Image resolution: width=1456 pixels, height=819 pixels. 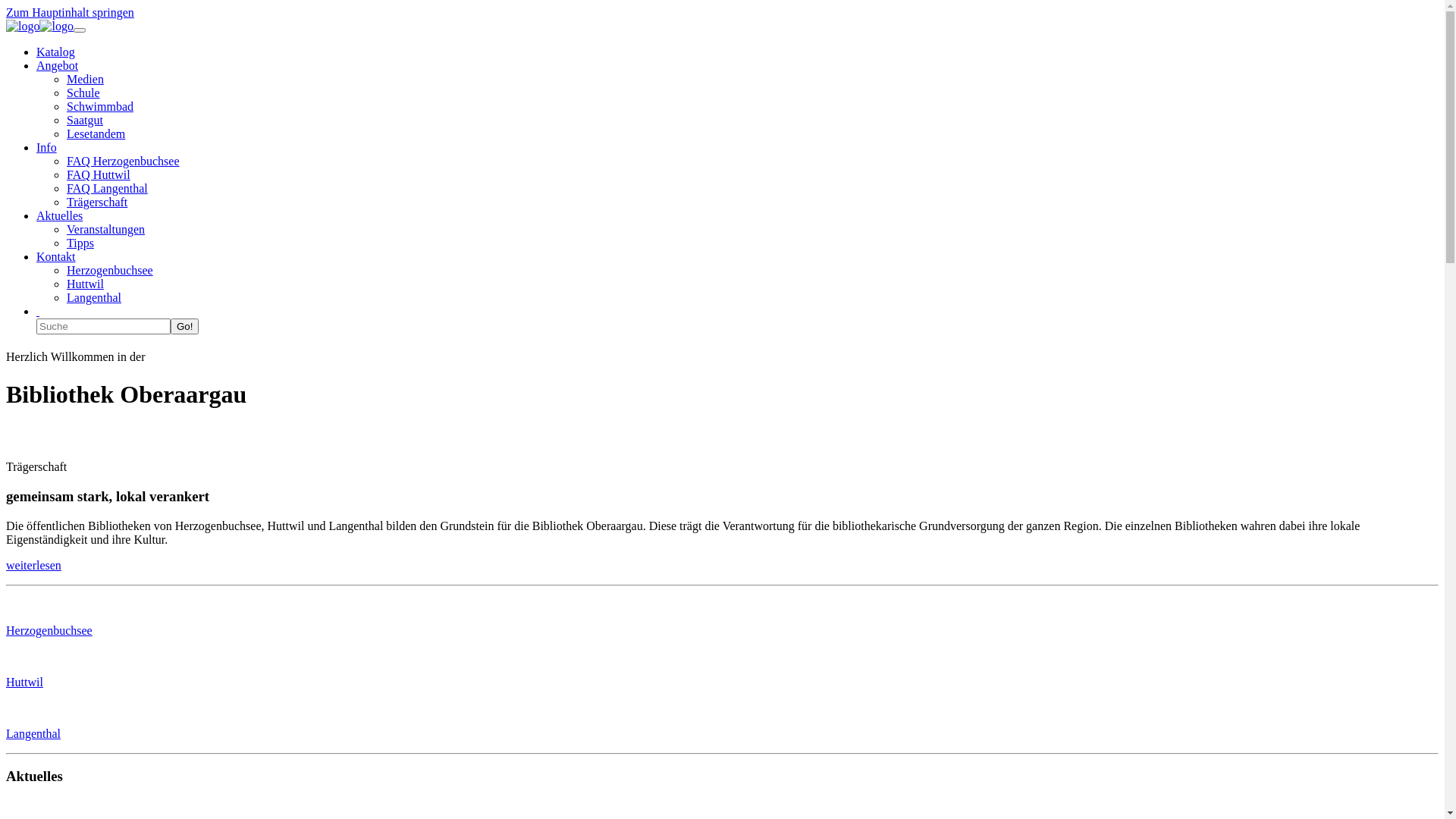 What do you see at coordinates (171, 325) in the screenshot?
I see `'Go!'` at bounding box center [171, 325].